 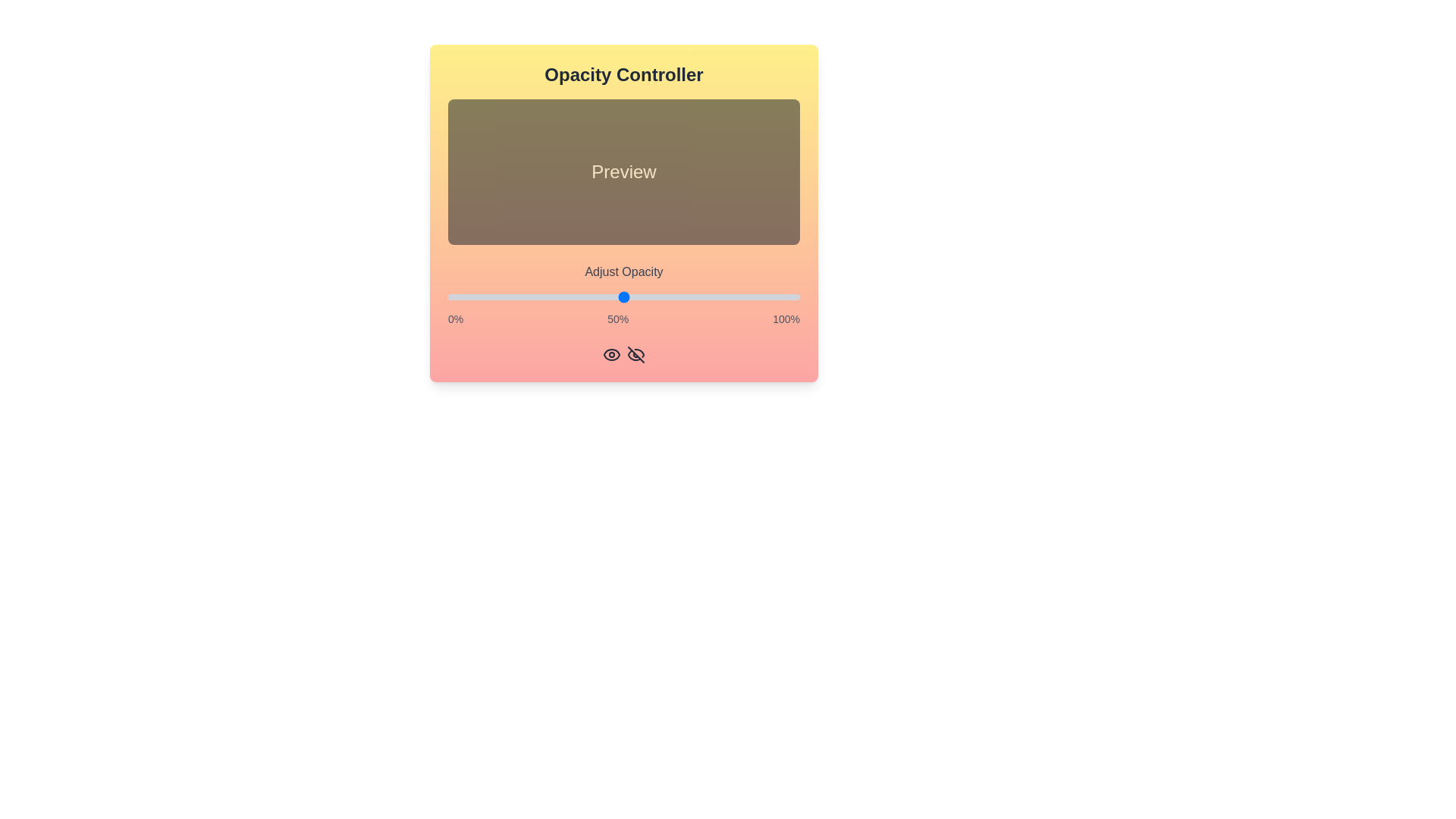 What do you see at coordinates (636, 354) in the screenshot?
I see `the 'Eye Off' icon to toggle the visibility state` at bounding box center [636, 354].